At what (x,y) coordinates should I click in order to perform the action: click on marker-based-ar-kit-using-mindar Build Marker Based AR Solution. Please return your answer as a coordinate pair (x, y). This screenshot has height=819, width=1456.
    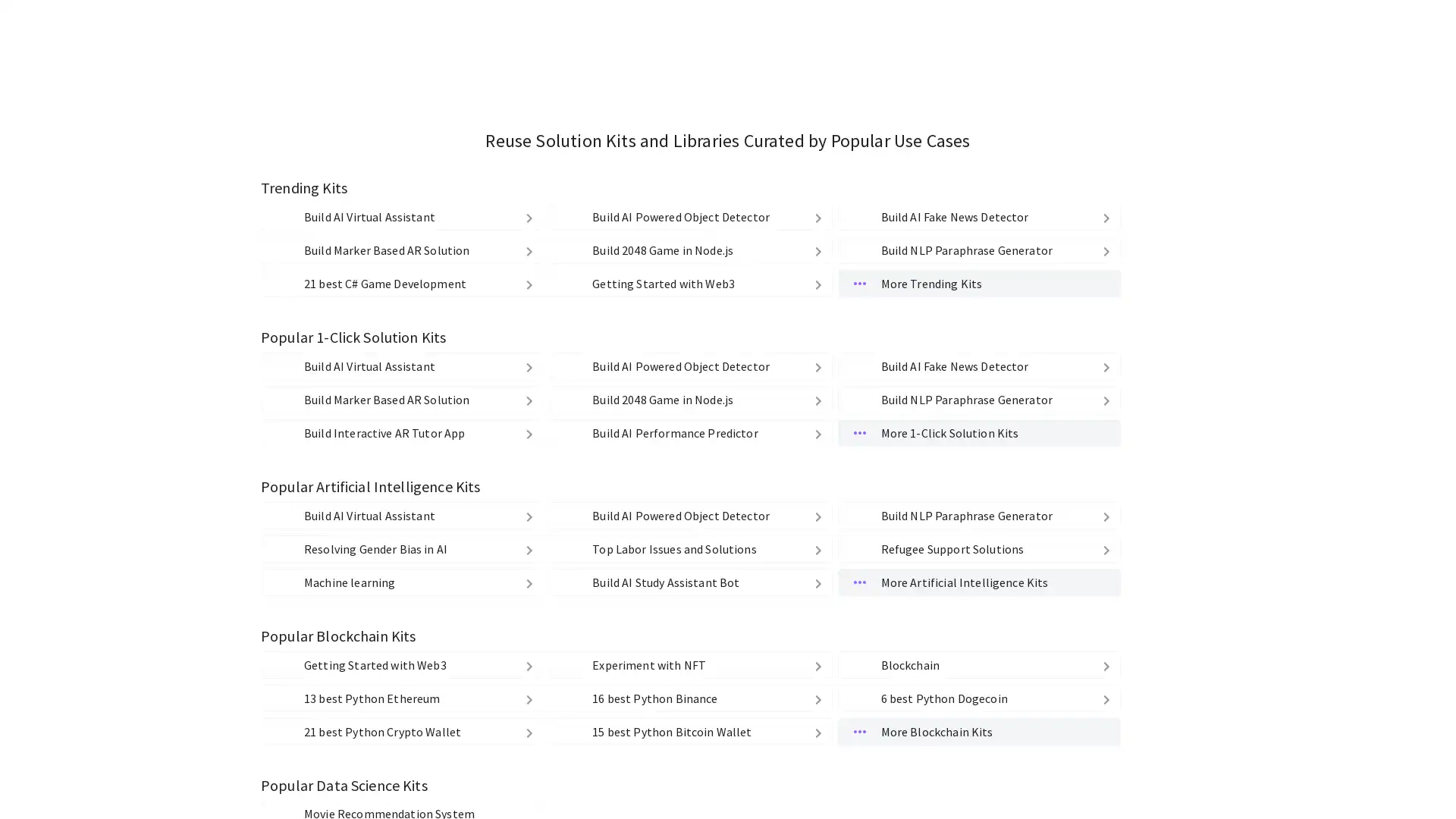
    Looking at the image, I should click on (402, 631).